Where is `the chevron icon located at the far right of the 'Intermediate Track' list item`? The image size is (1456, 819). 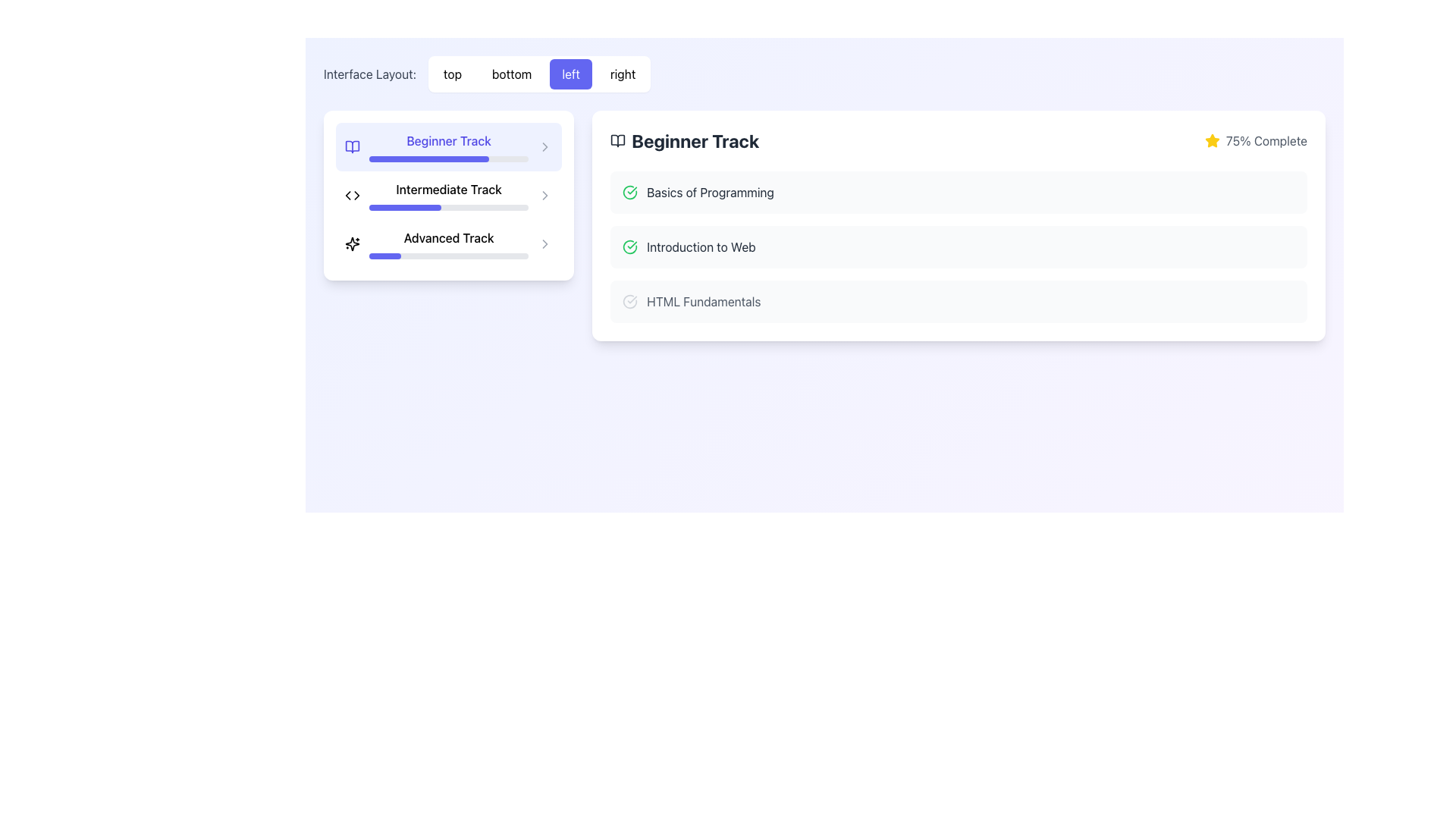 the chevron icon located at the far right of the 'Intermediate Track' list item is located at coordinates (545, 195).